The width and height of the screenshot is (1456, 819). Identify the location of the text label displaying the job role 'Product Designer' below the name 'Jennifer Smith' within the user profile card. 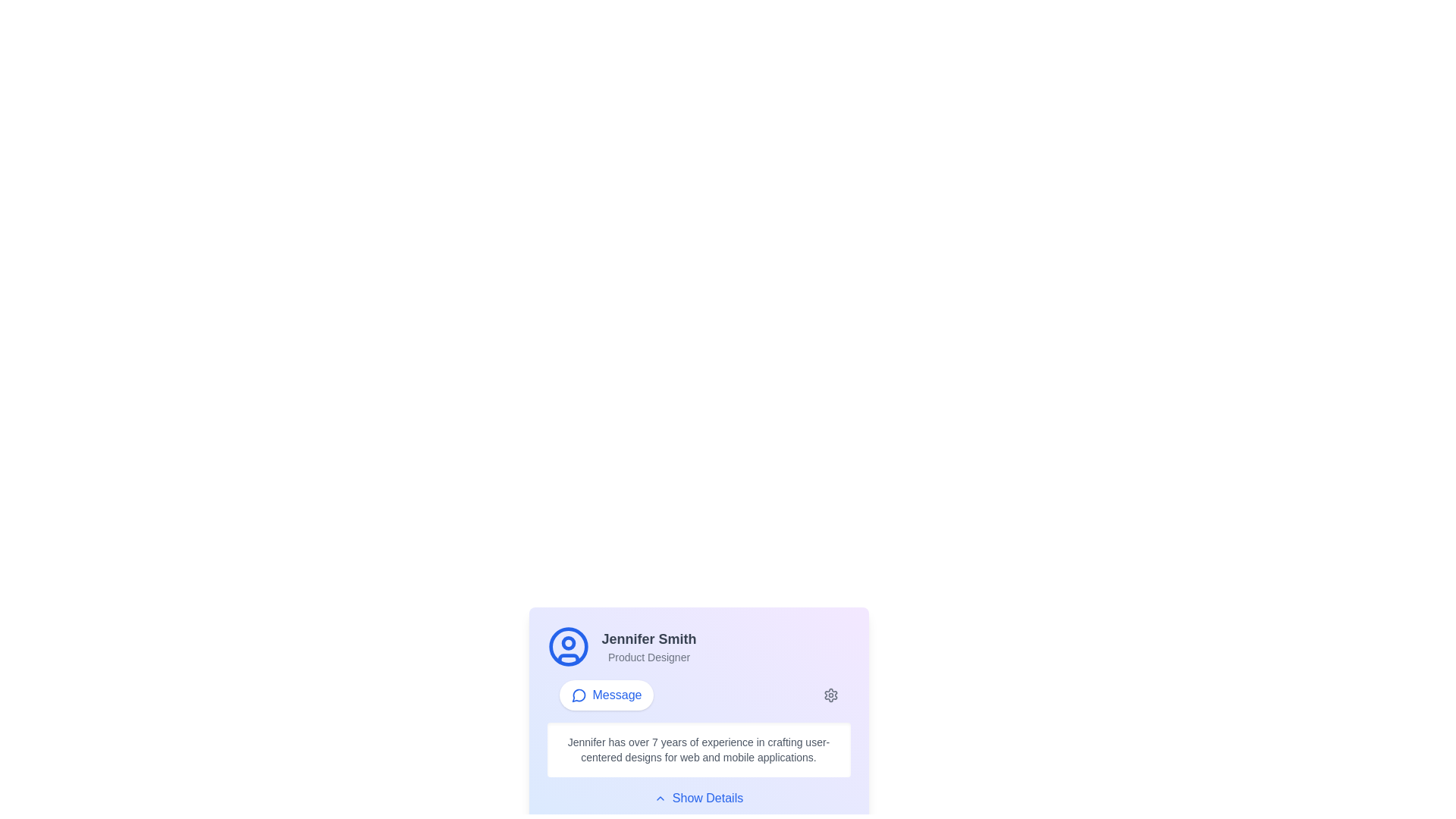
(648, 657).